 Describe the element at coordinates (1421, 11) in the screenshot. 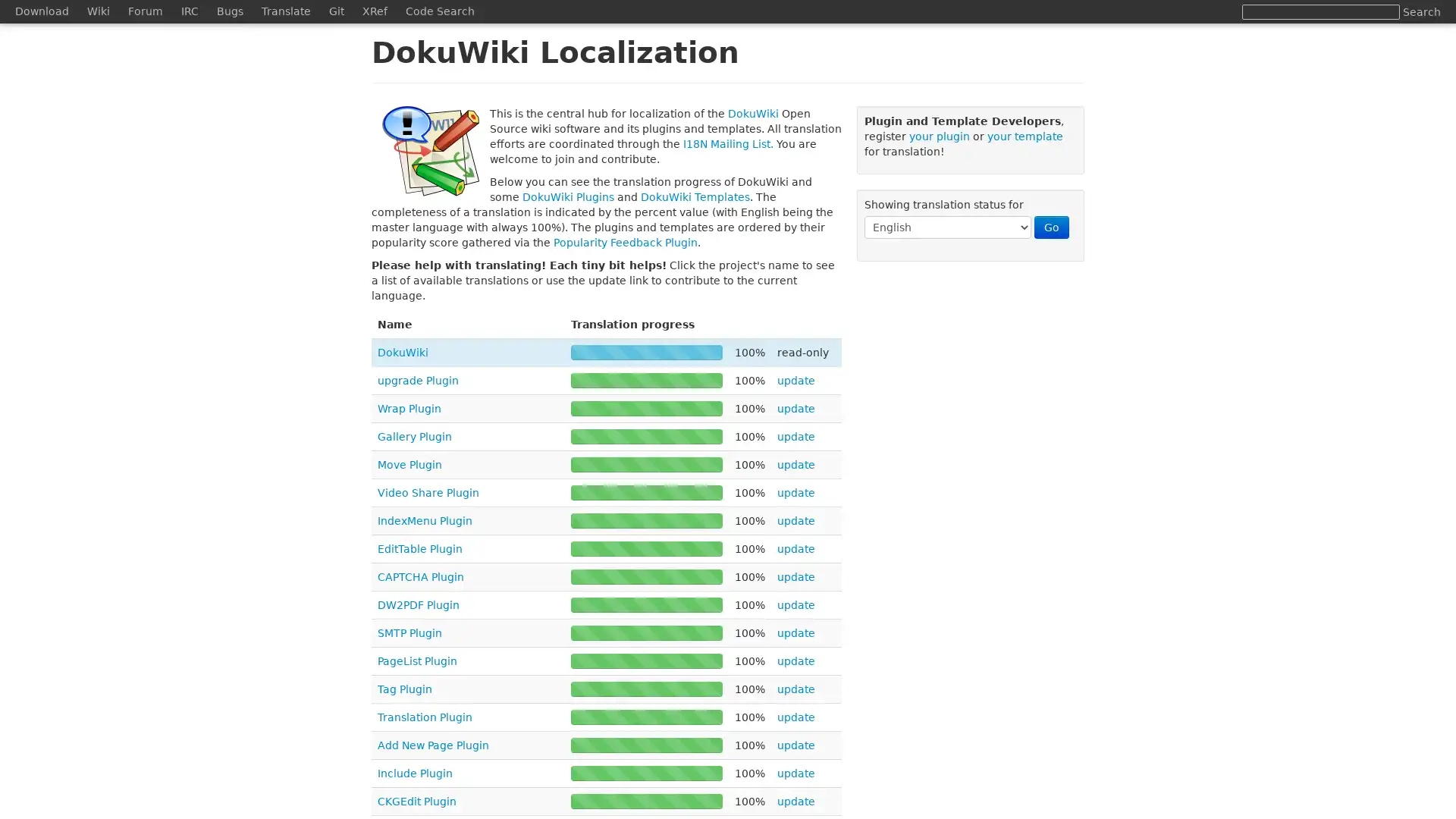

I see `Search` at that location.